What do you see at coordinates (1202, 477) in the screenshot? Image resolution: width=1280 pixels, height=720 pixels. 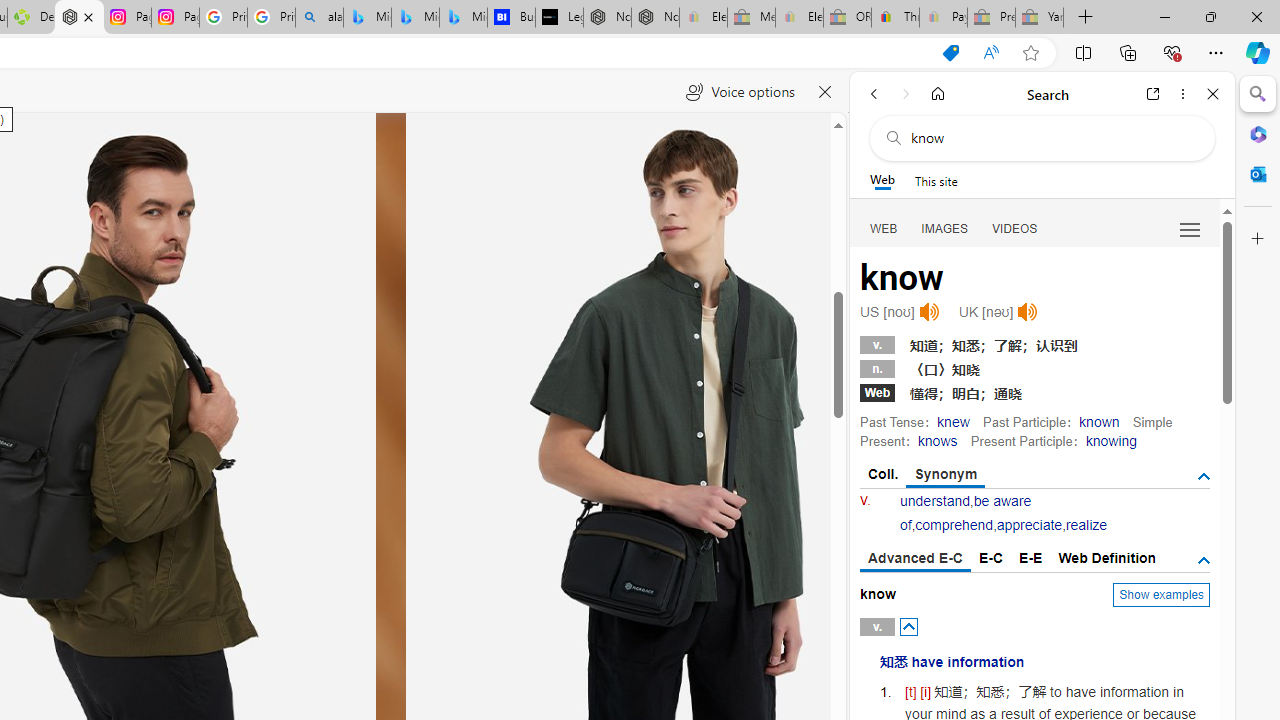 I see `'AutomationID: tgsb'` at bounding box center [1202, 477].